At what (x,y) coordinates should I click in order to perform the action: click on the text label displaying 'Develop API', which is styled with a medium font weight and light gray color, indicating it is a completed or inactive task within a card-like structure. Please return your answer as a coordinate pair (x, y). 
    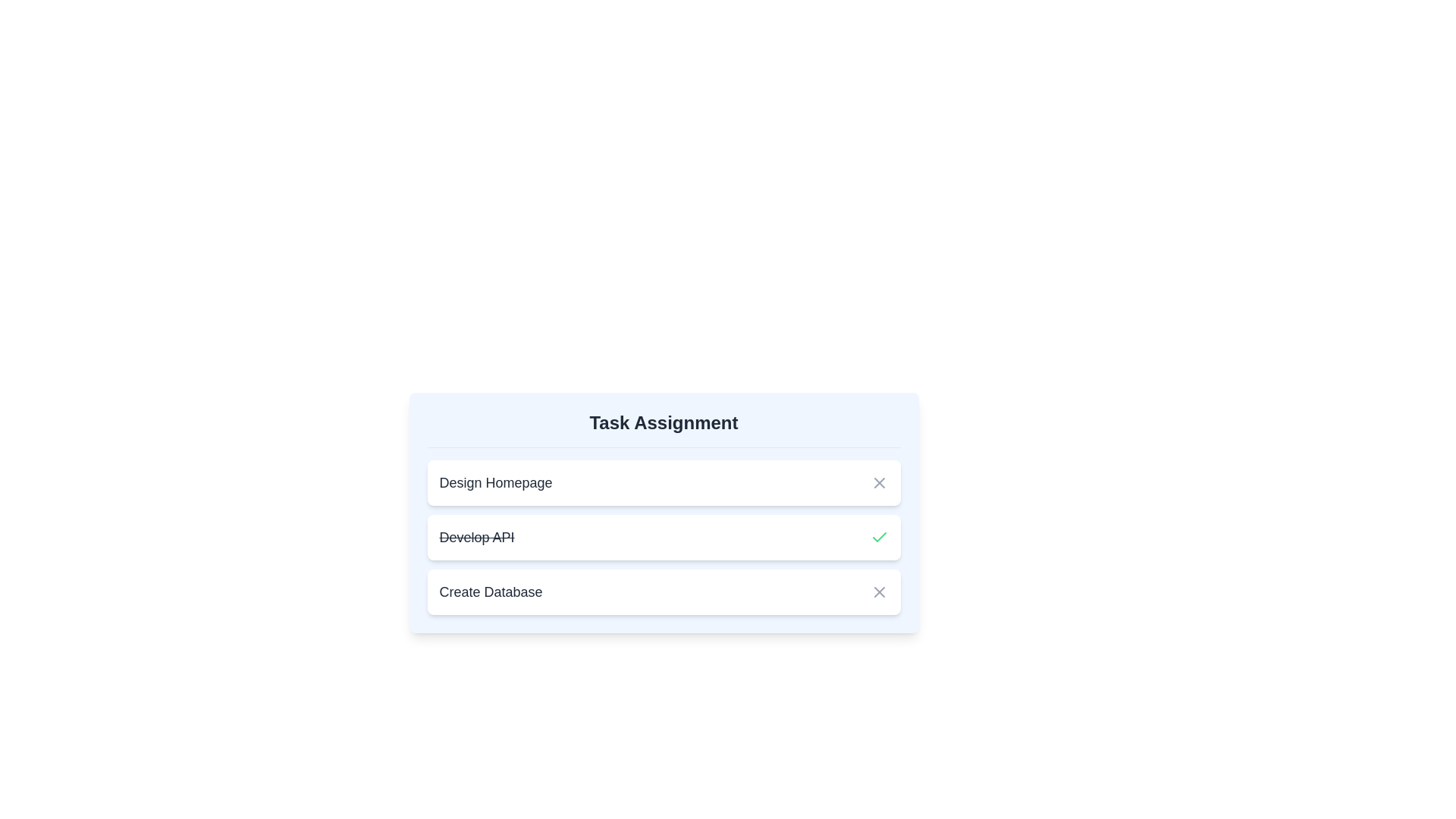
    Looking at the image, I should click on (475, 537).